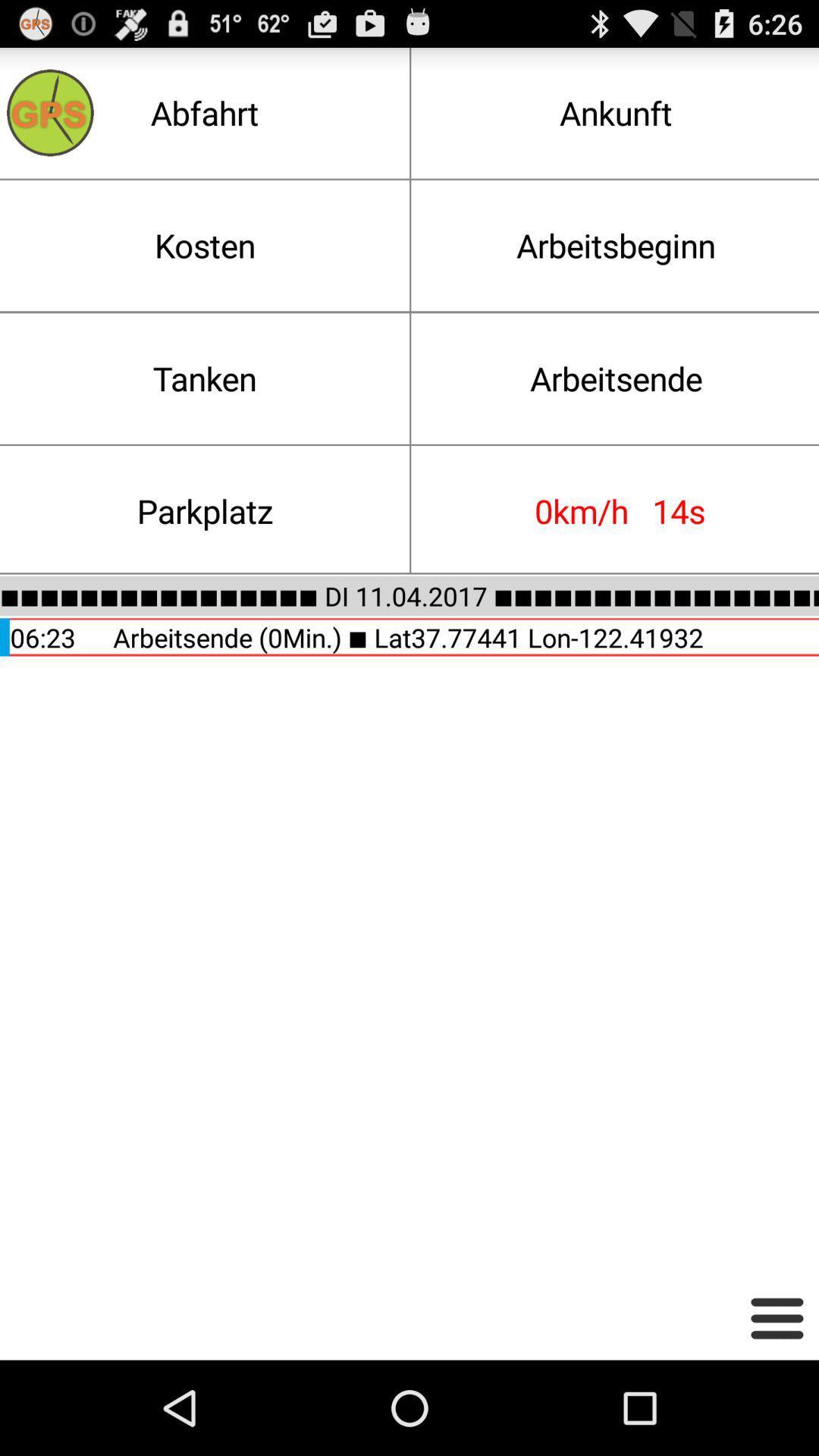  I want to click on the menu icon, so click(777, 1410).